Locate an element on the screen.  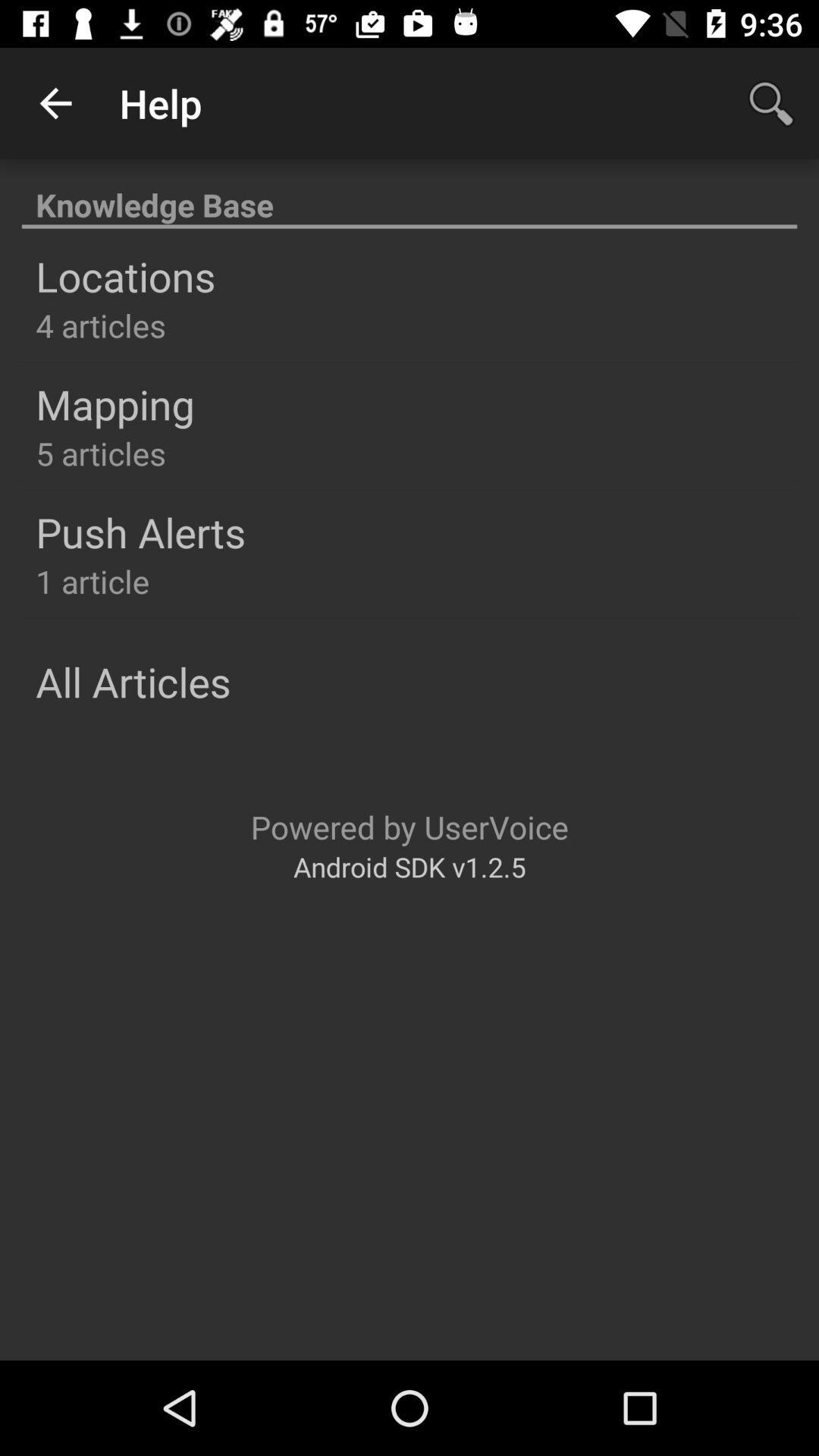
app next to the help icon is located at coordinates (771, 102).